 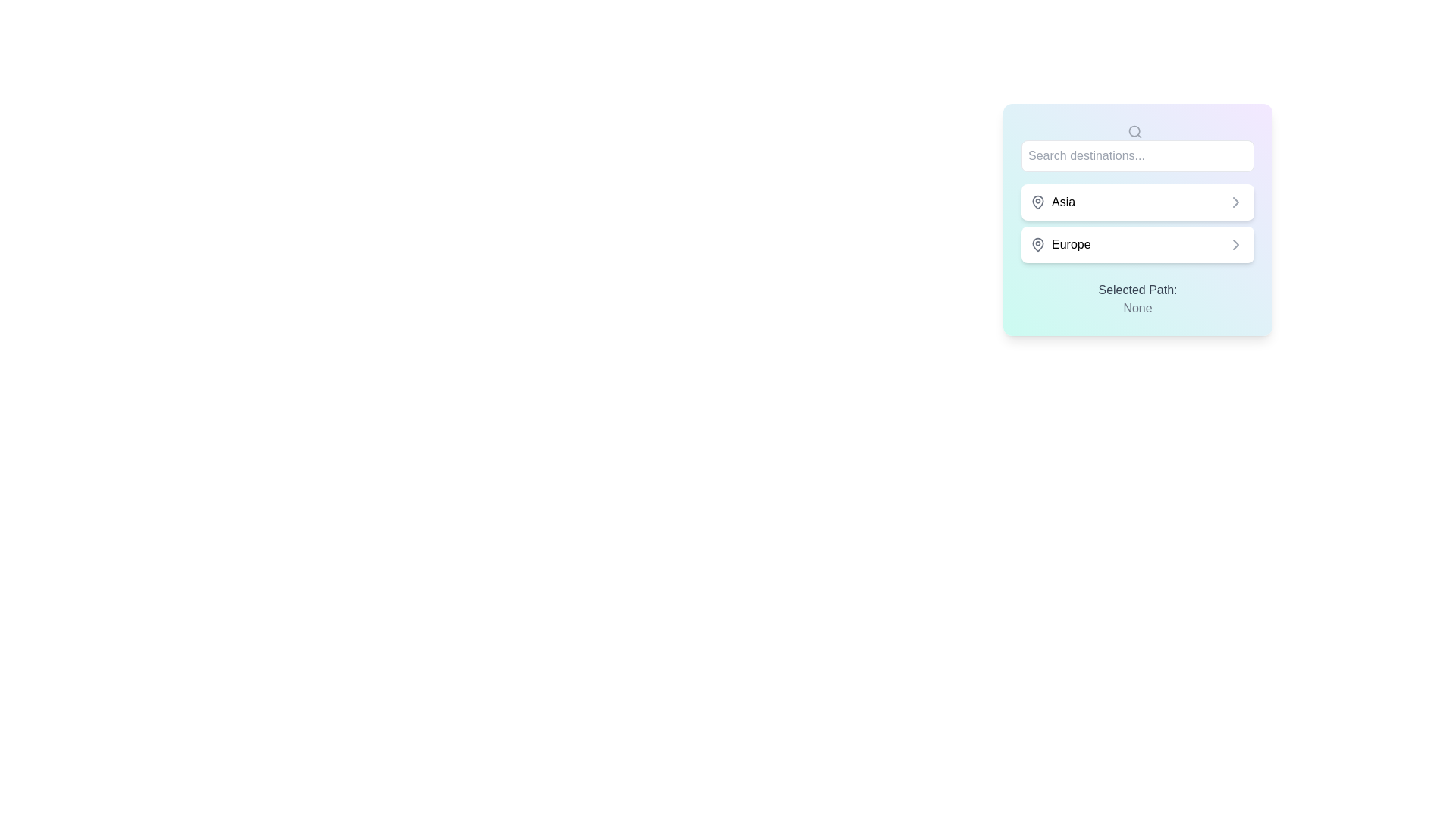 What do you see at coordinates (1236, 201) in the screenshot?
I see `the chevron-shaped icon located to the right of the 'Asia' label` at bounding box center [1236, 201].